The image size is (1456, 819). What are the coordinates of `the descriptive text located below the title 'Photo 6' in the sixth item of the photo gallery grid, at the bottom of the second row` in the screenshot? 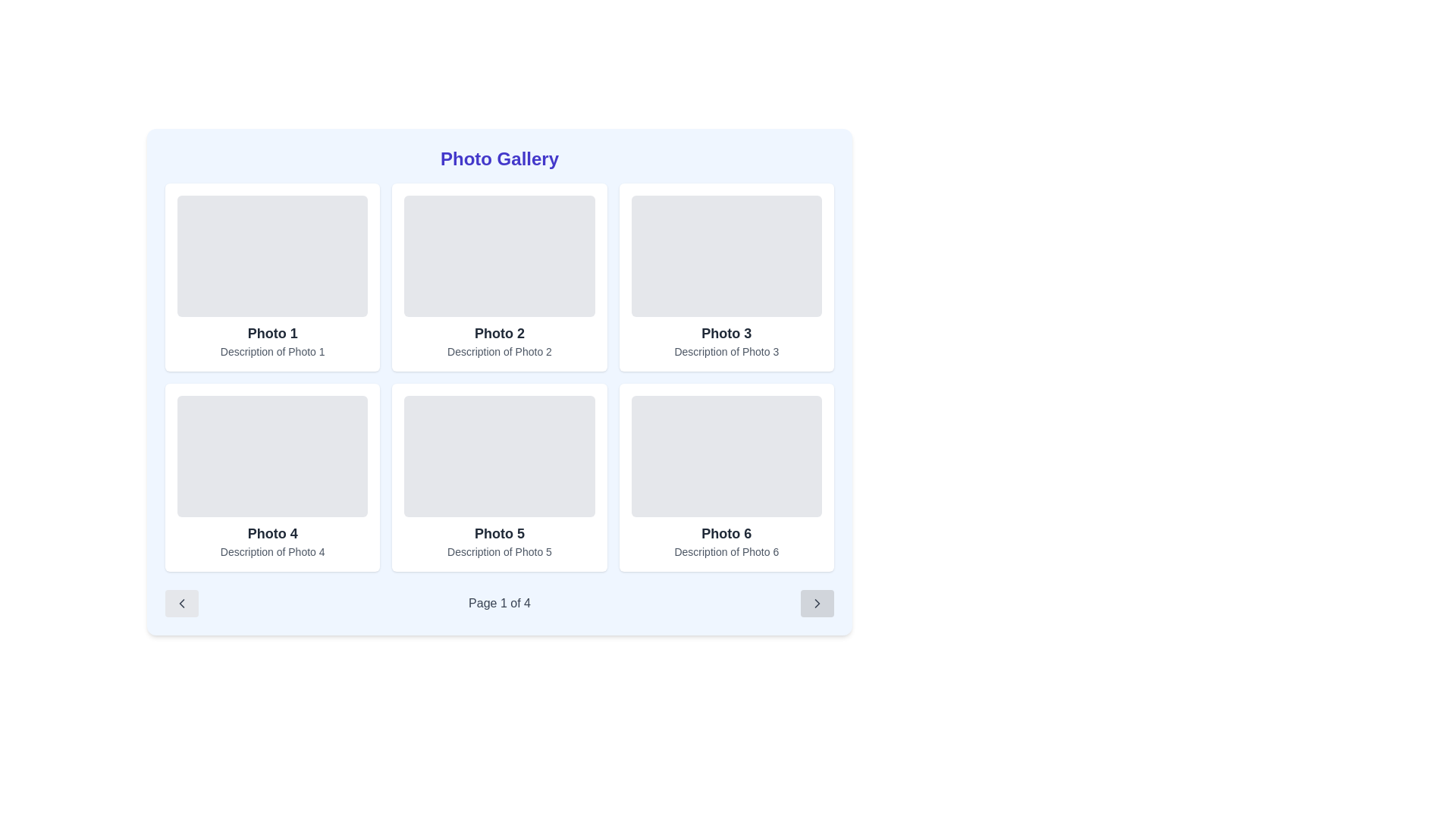 It's located at (726, 552).